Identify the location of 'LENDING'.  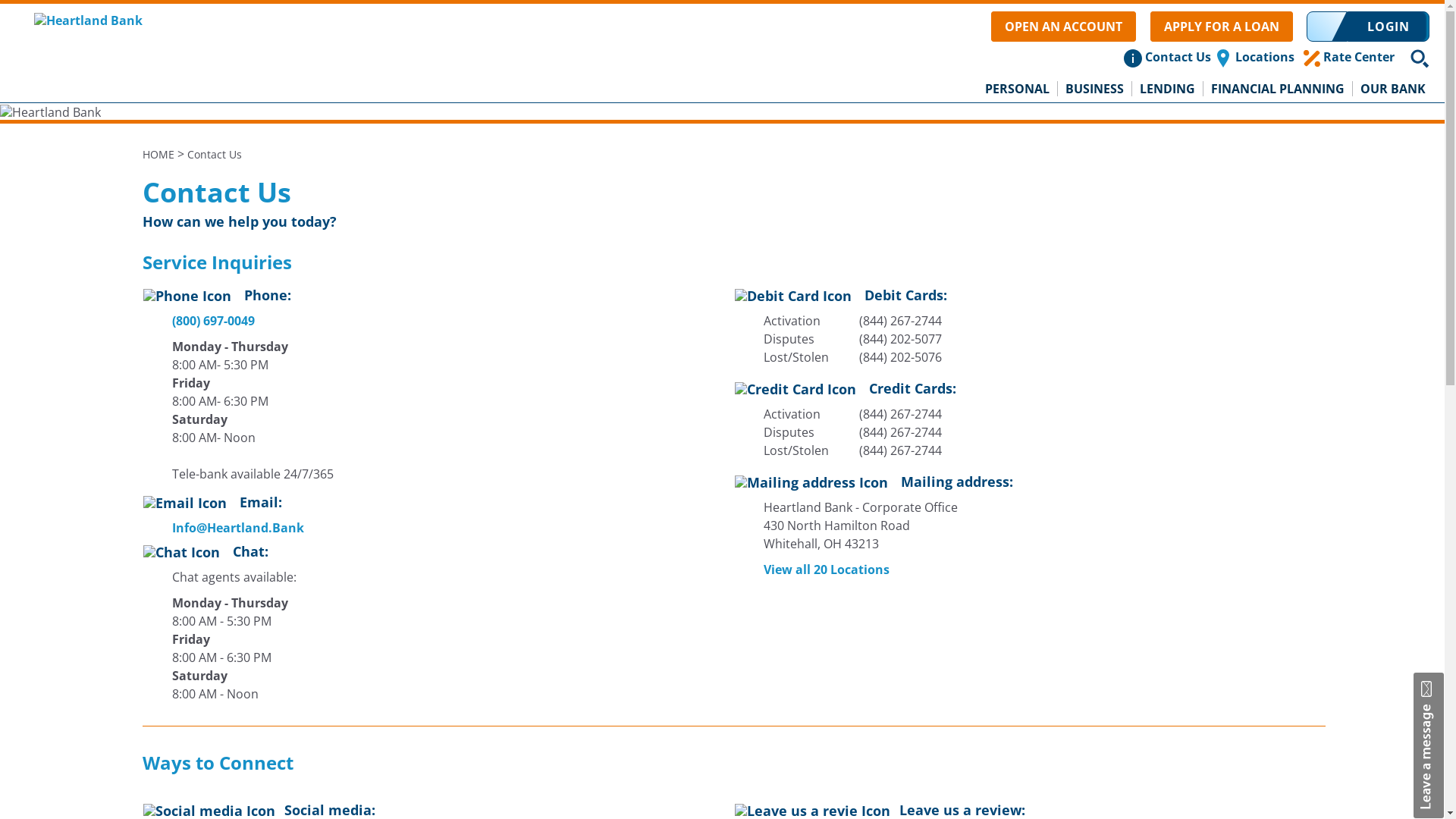
(1131, 88).